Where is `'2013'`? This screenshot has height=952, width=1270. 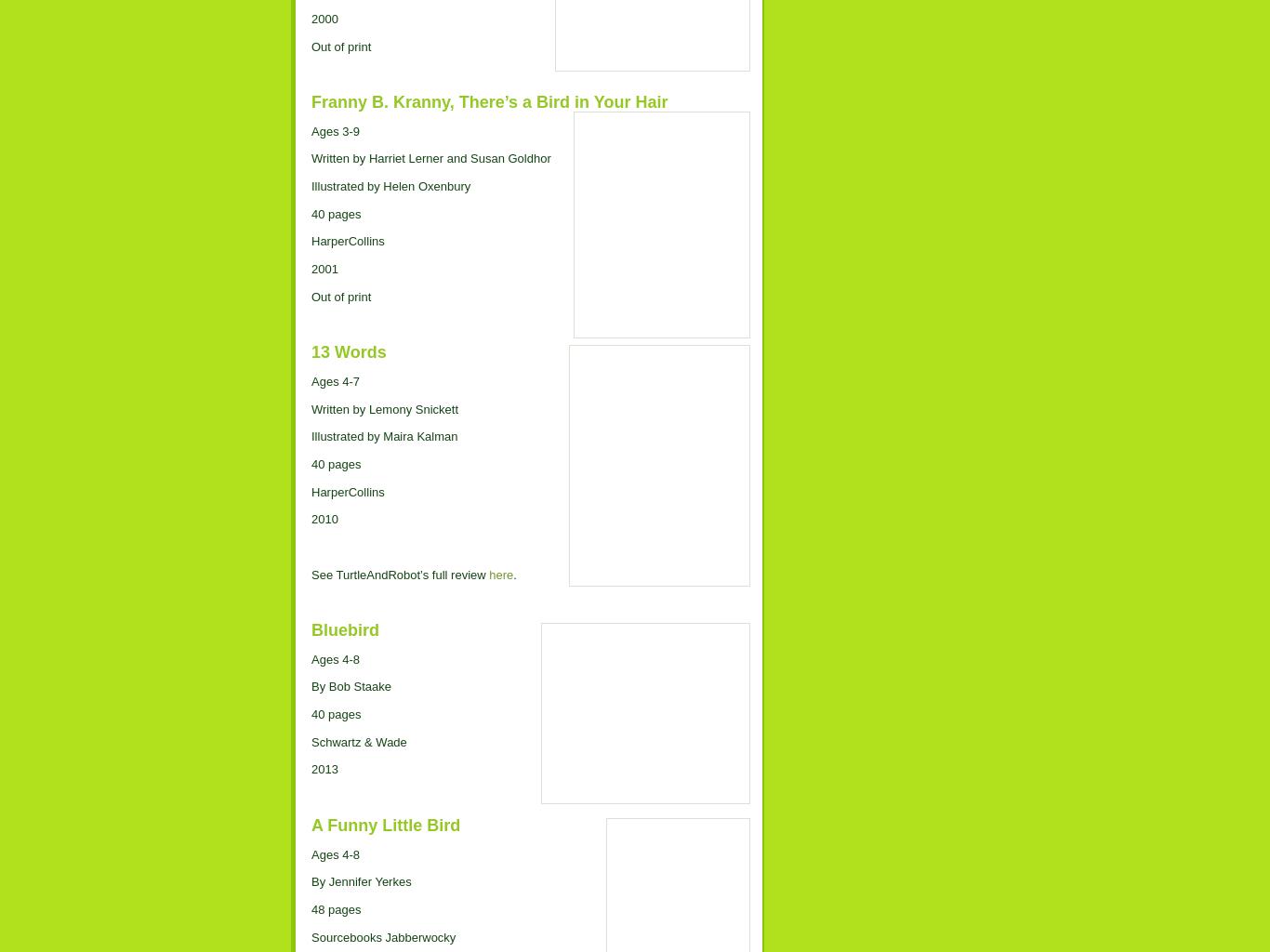 '2013' is located at coordinates (324, 768).